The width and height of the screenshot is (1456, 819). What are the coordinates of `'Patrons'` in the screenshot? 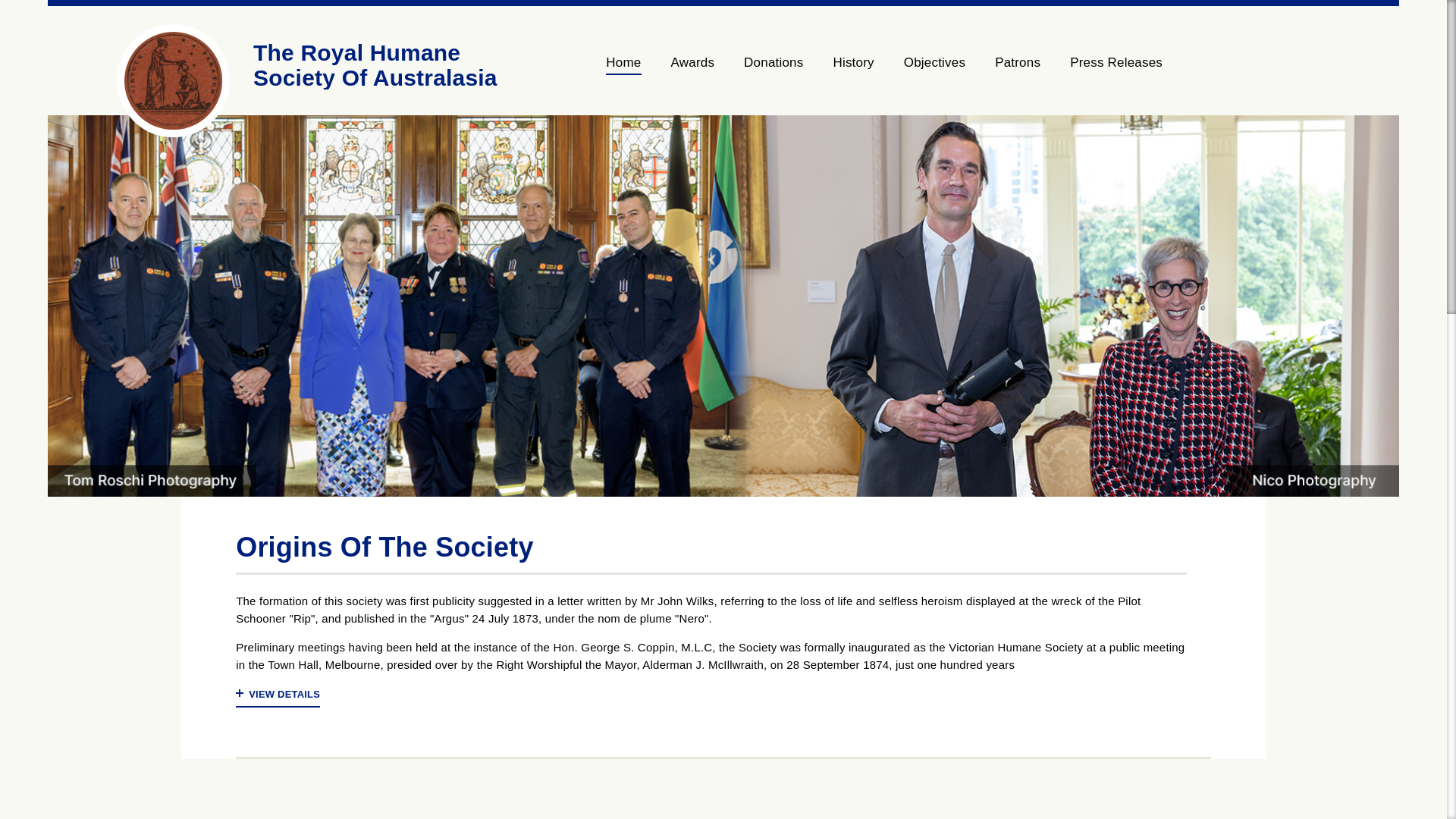 It's located at (980, 69).